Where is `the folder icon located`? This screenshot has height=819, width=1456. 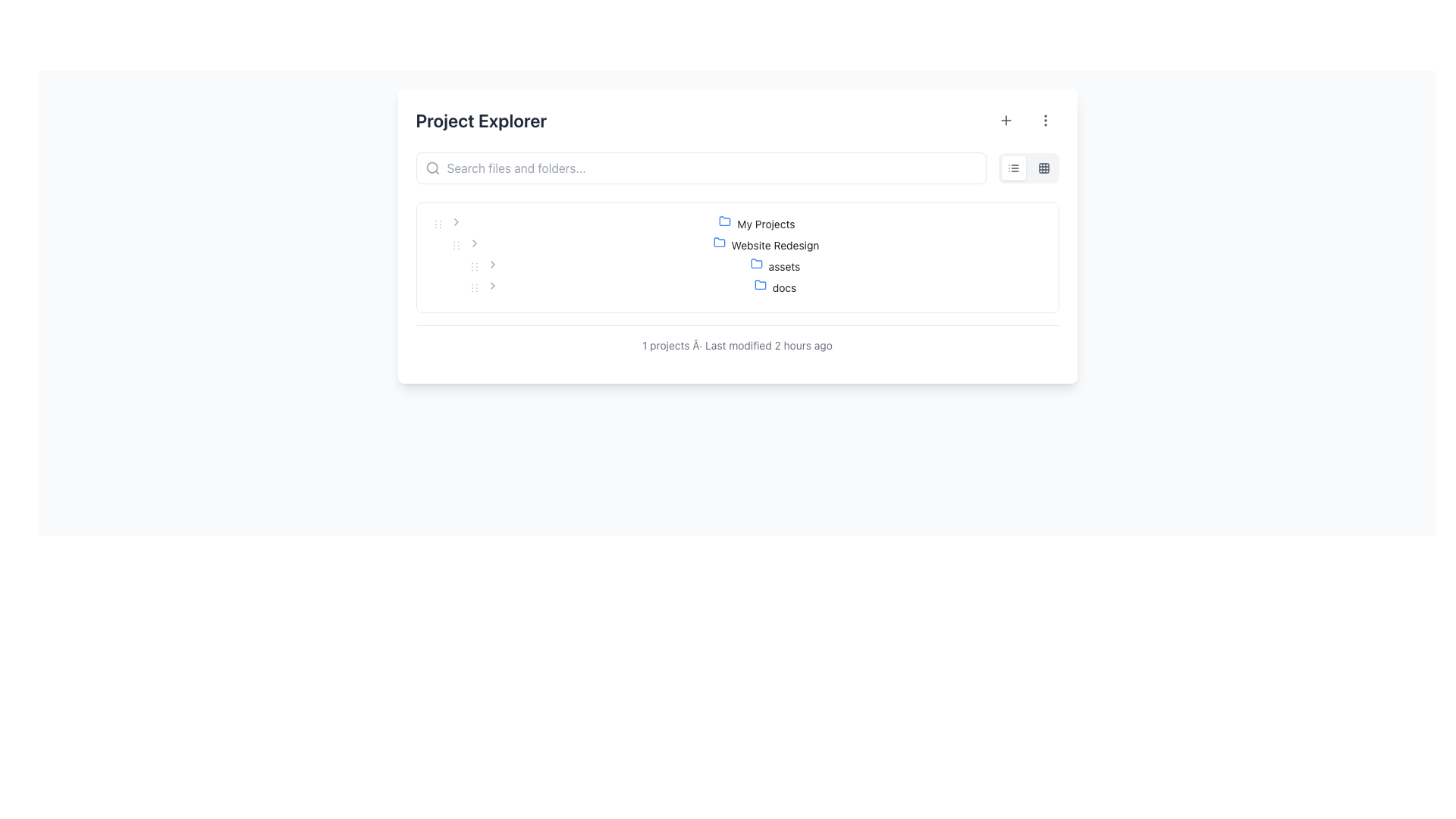 the folder icon located is located at coordinates (728, 224).